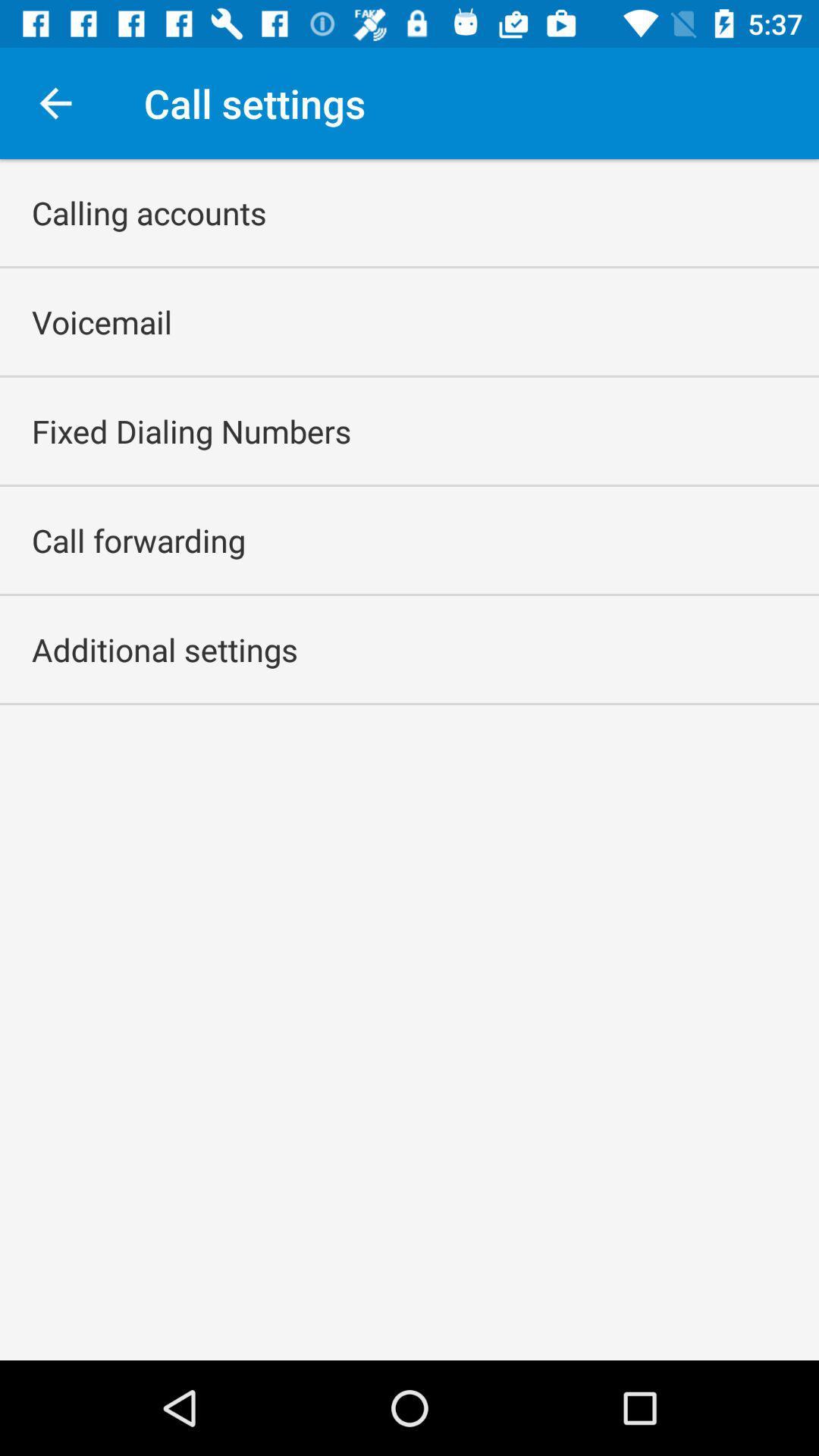  I want to click on the voicemail icon, so click(102, 321).